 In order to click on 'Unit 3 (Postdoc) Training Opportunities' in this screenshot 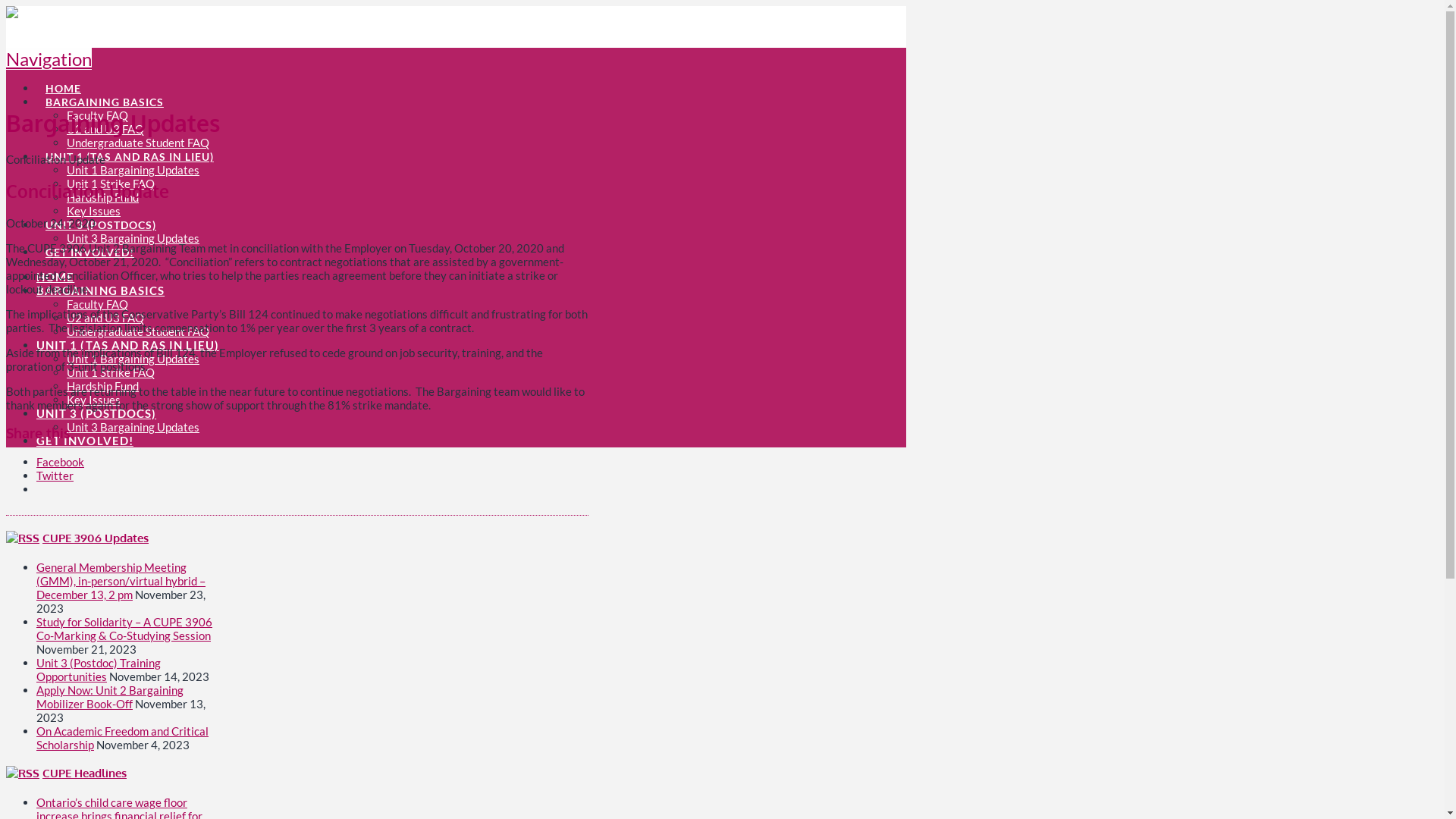, I will do `click(97, 668)`.